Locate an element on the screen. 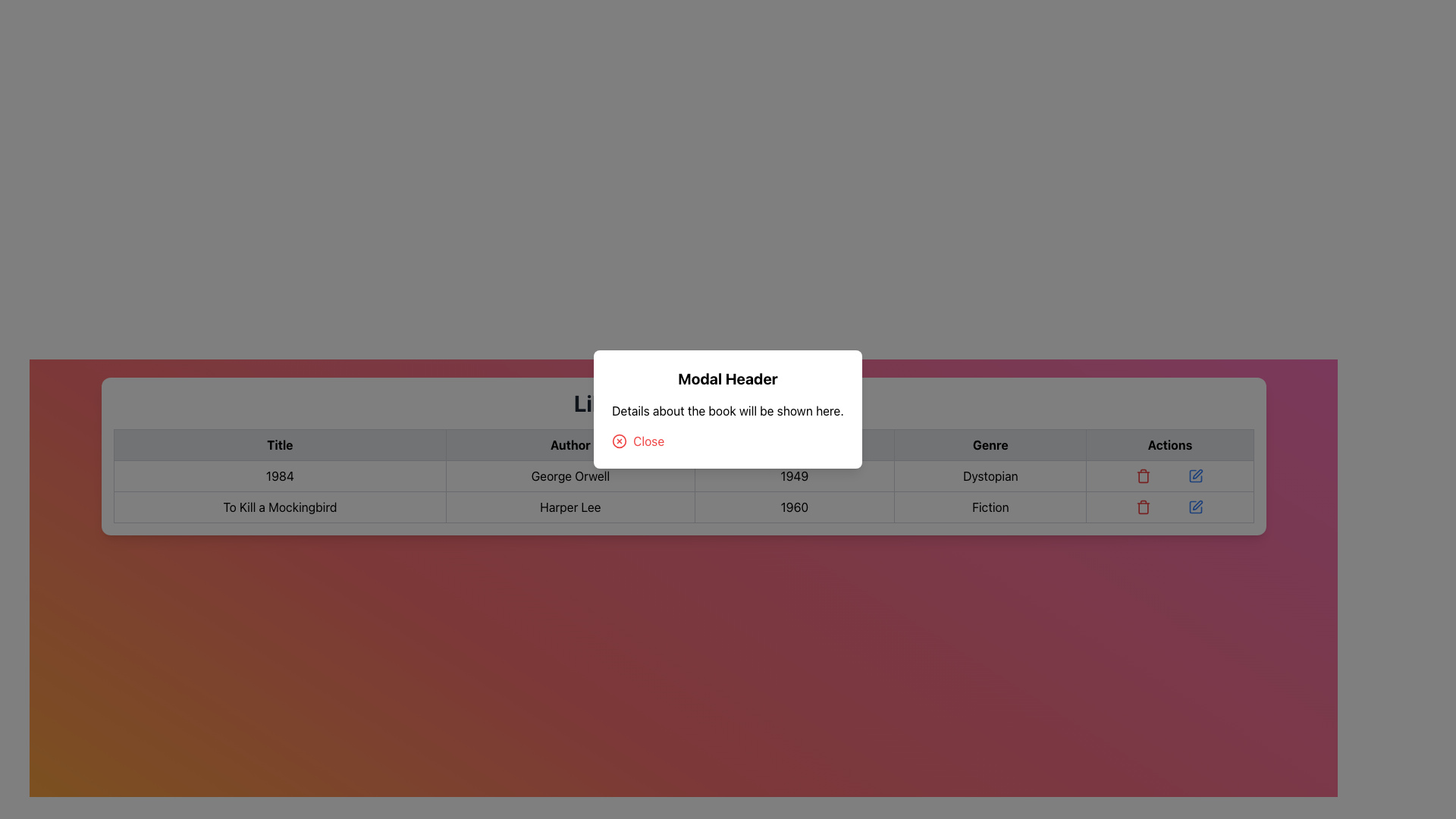 This screenshot has width=1456, height=819. the 'Author' column header in the data table, which is the second header in a row of five, located between 'Title' and 'Published' is located at coordinates (570, 444).